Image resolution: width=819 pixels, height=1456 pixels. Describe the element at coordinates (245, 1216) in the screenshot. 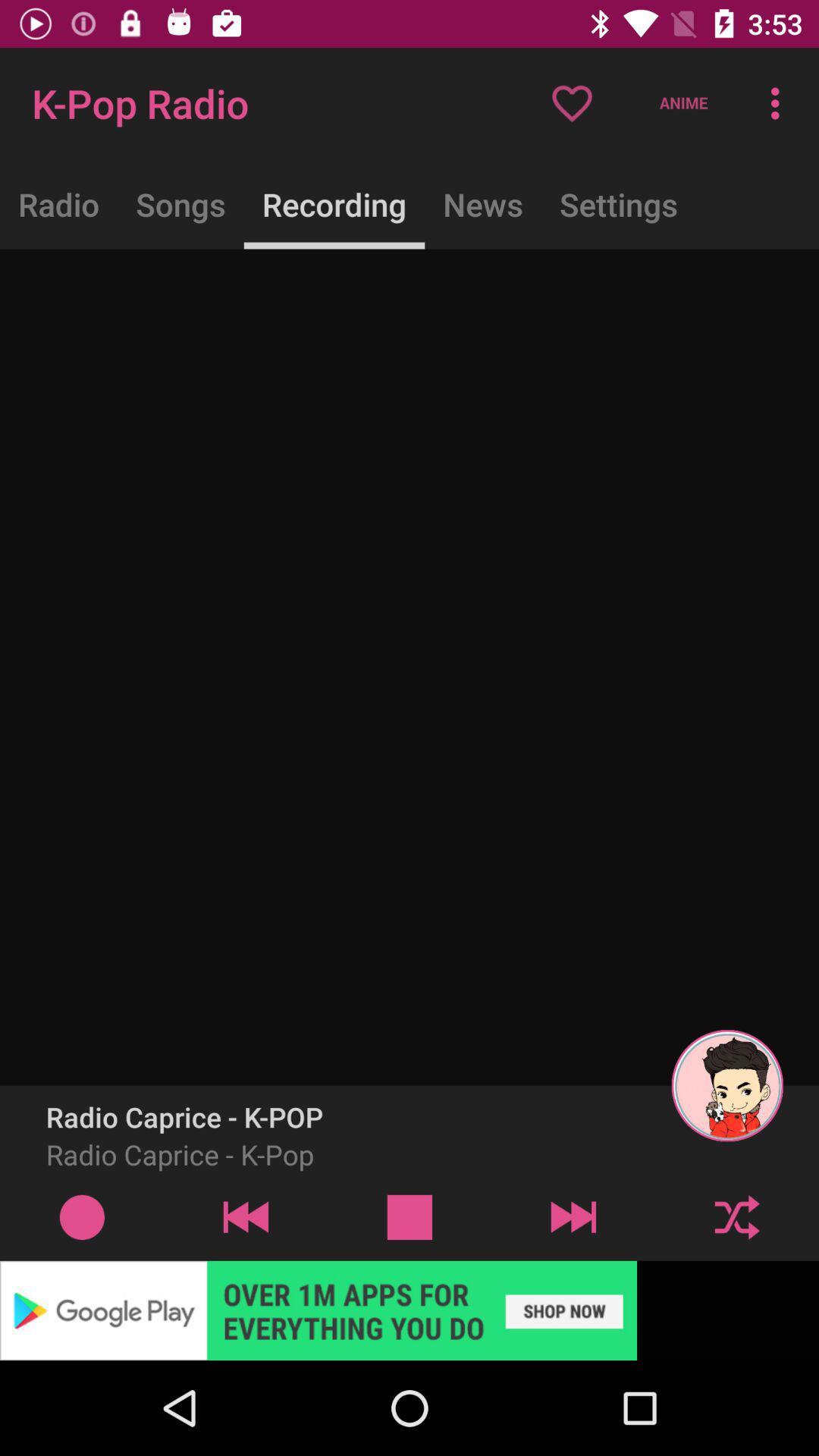

I see `previous button` at that location.